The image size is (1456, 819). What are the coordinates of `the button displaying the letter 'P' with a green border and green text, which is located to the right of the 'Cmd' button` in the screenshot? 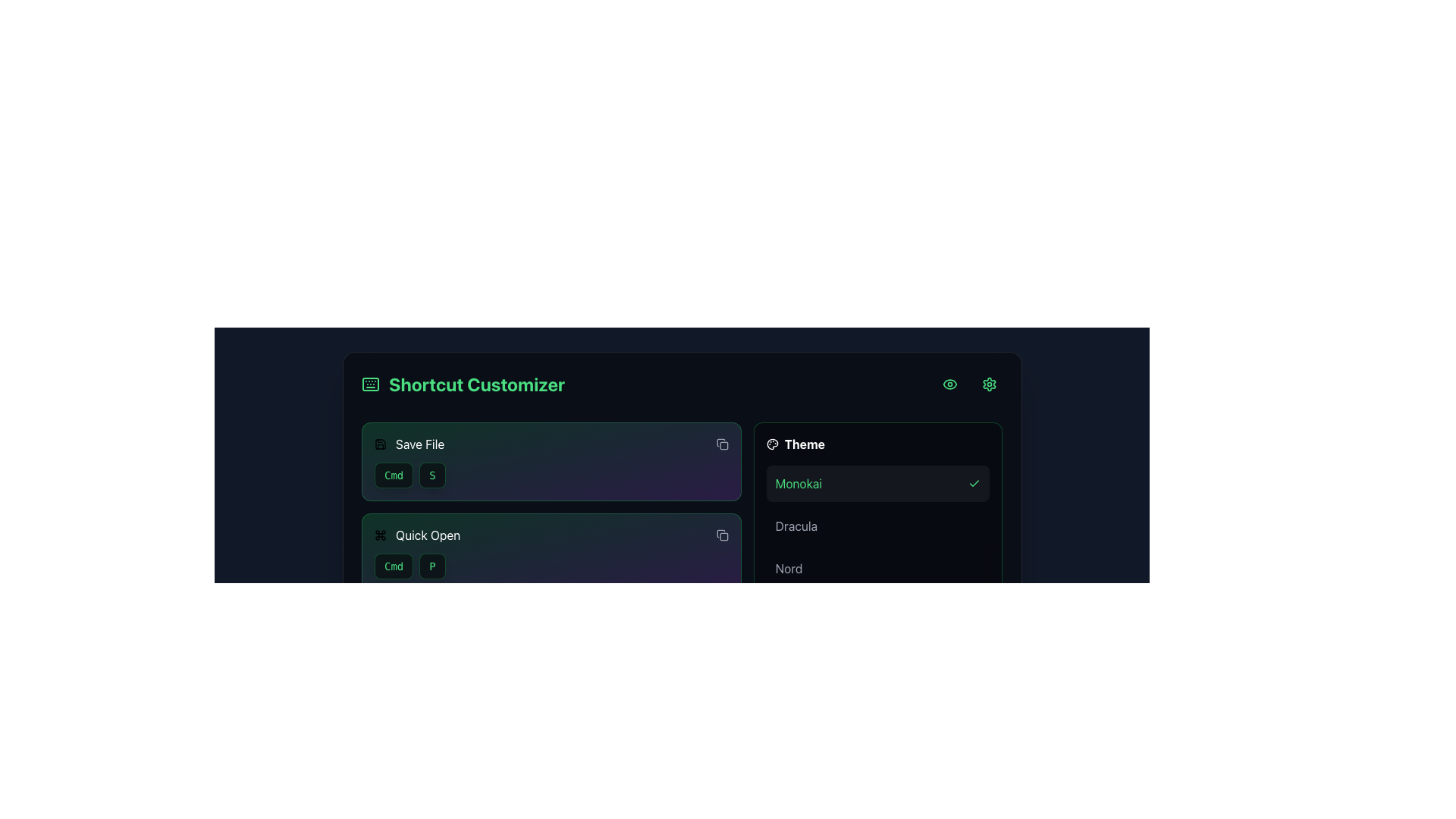 It's located at (431, 566).